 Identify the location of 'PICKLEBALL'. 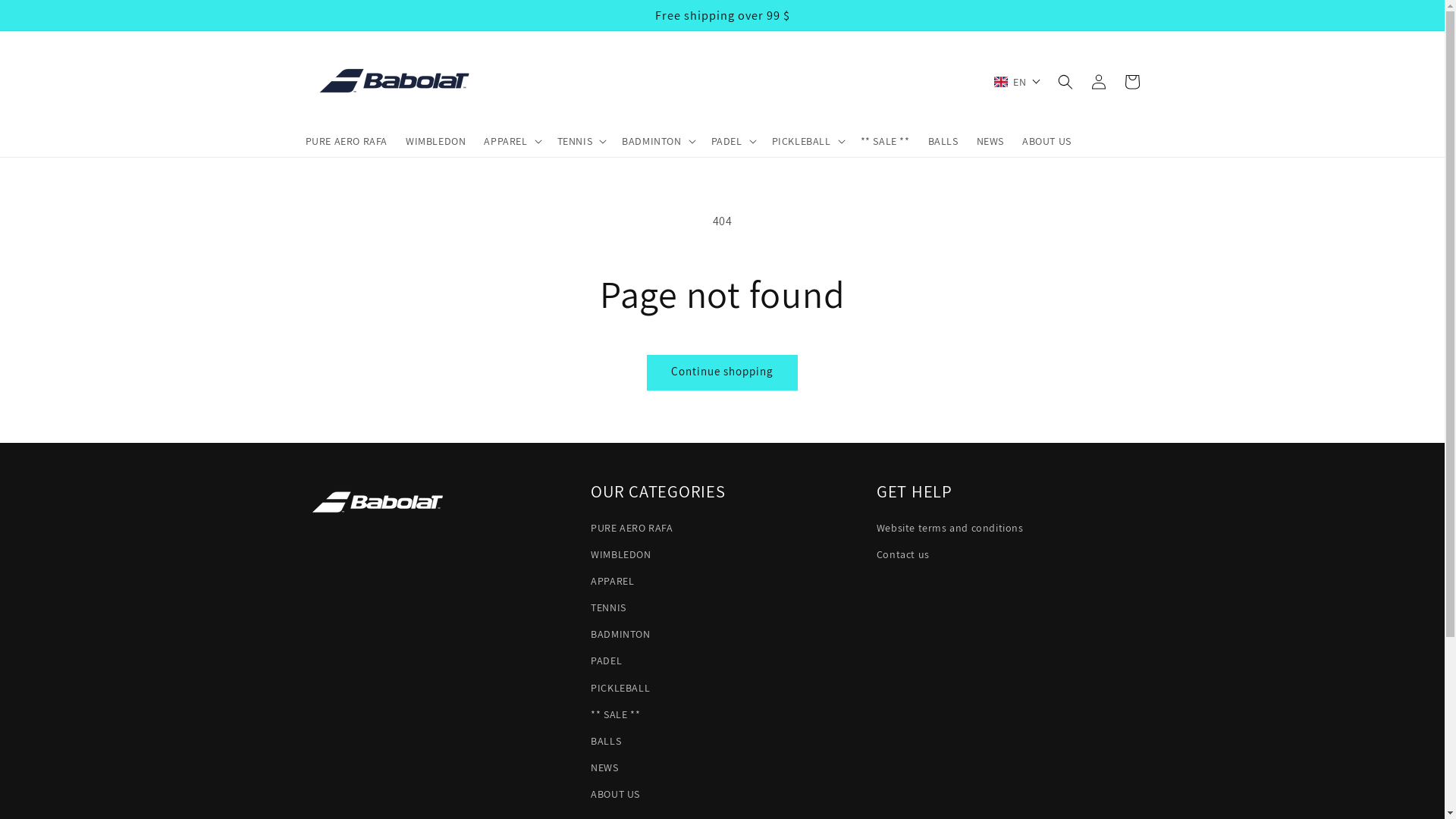
(620, 688).